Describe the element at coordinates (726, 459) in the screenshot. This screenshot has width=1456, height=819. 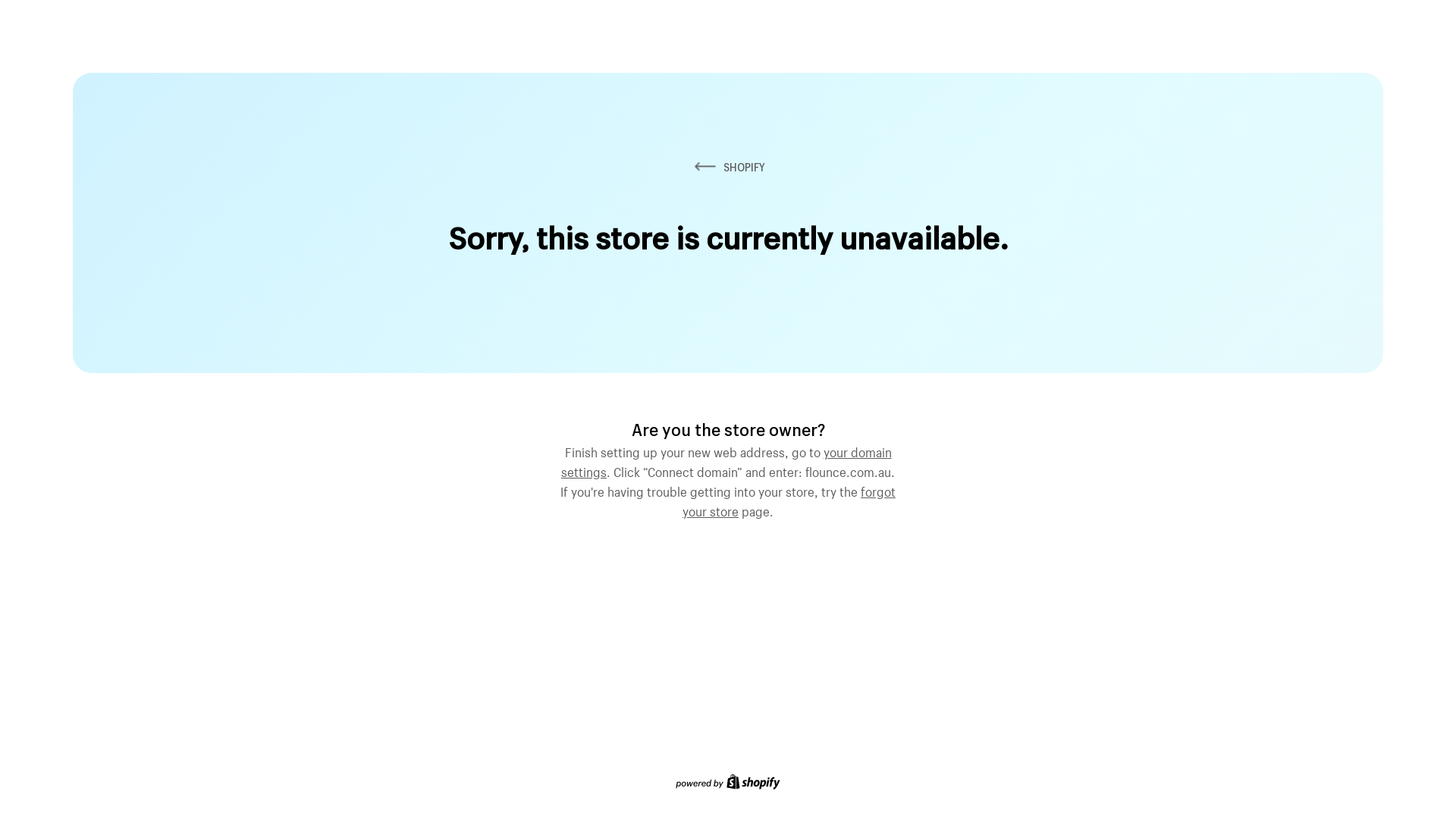
I see `'your domain settings'` at that location.